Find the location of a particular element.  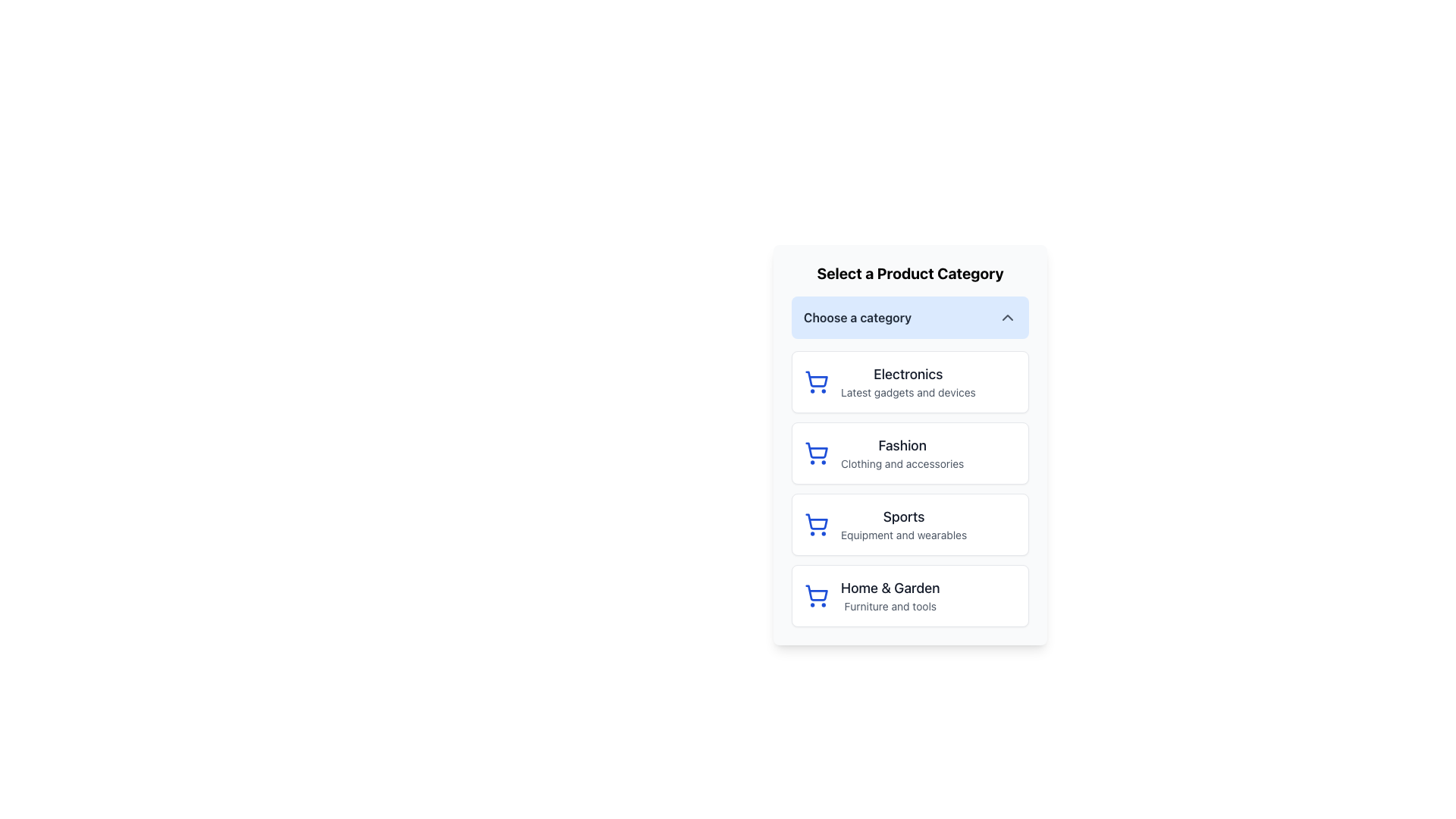

the blue lines of the shopping cart icon that signifies adding items to the cart, located to the left of the 'Home & Garden' text is located at coordinates (816, 592).